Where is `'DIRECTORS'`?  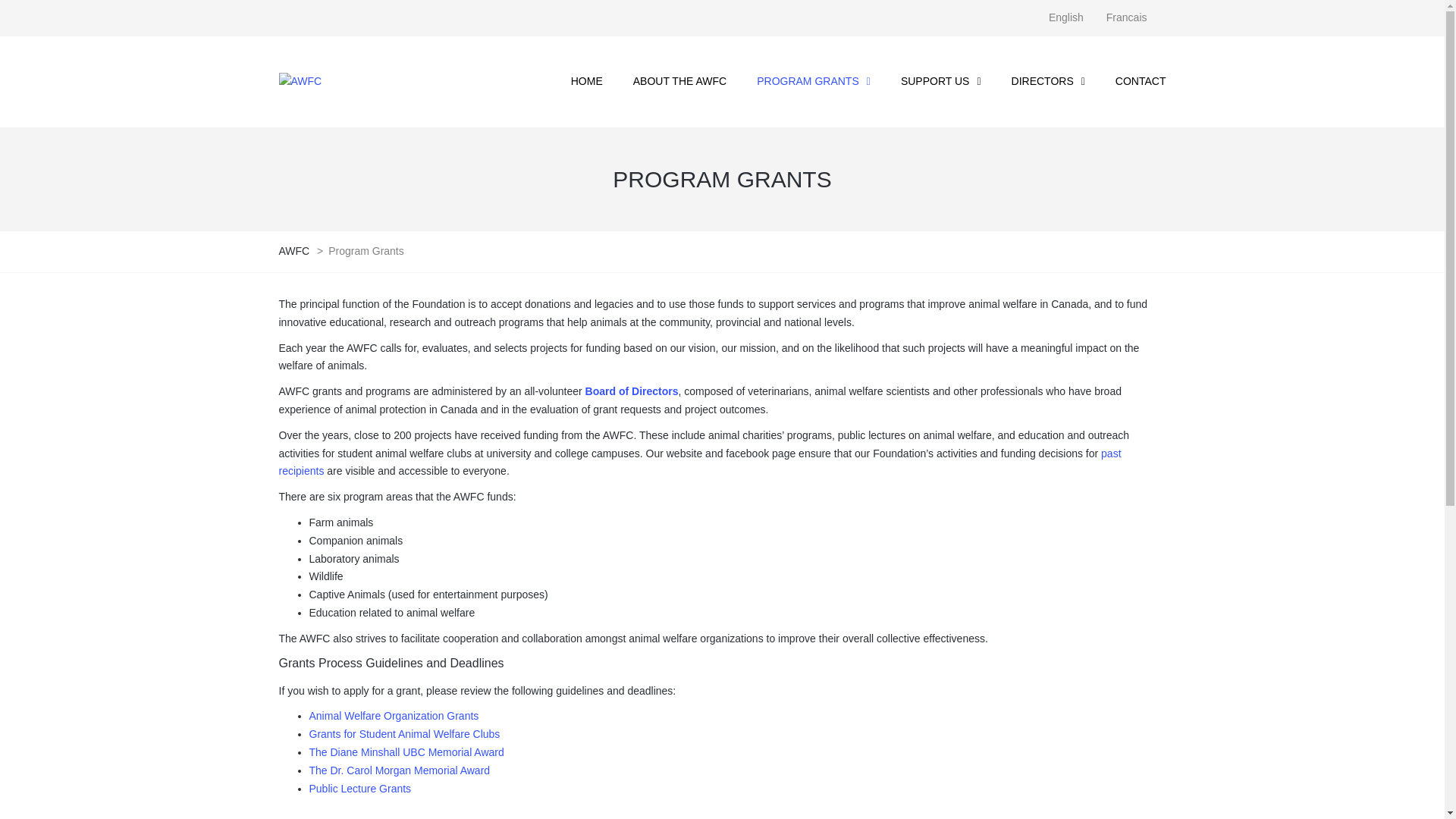 'DIRECTORS' is located at coordinates (1047, 82).